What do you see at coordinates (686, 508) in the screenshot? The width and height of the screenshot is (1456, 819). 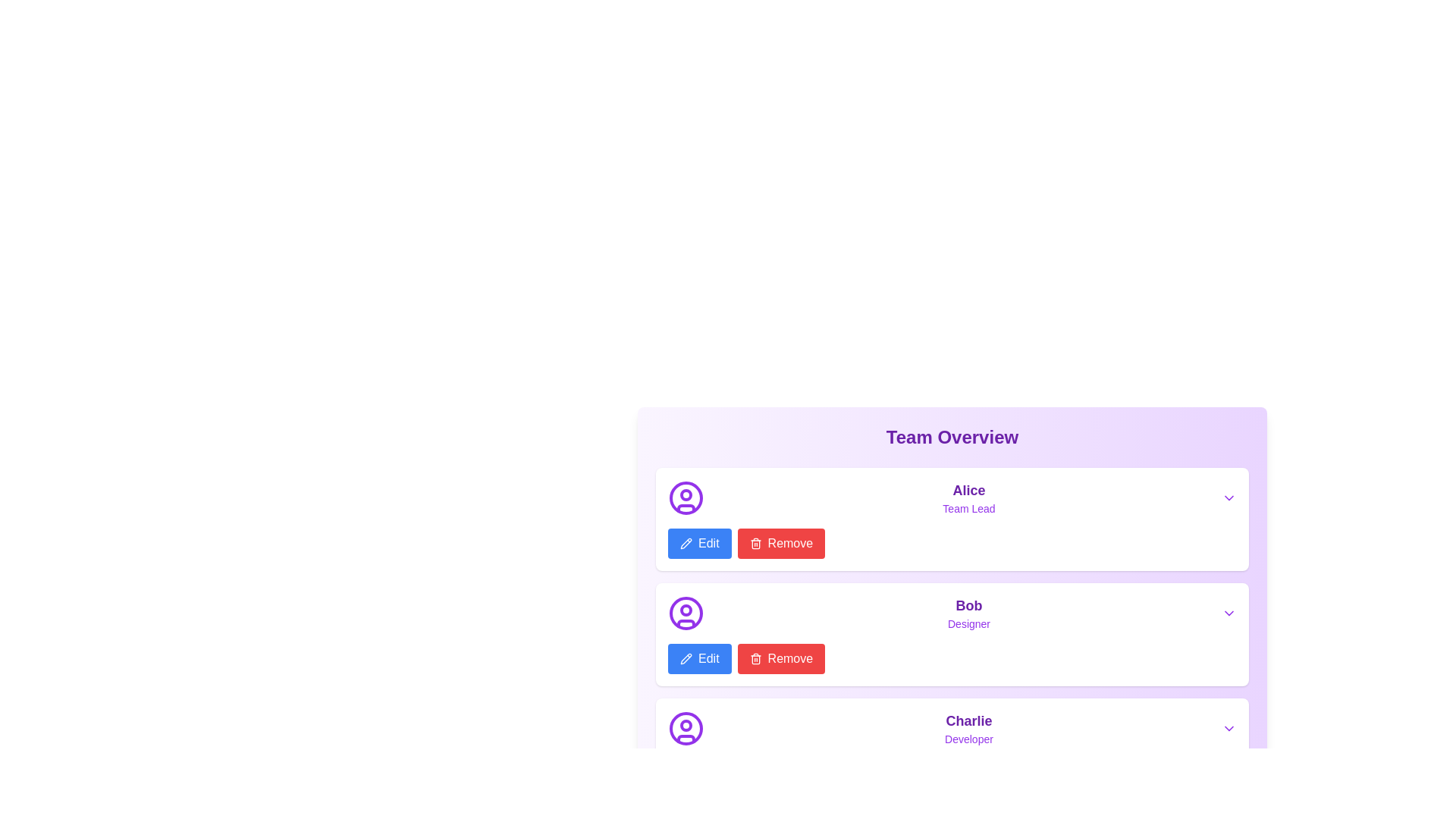 I see `the curved line segment located at the bottom of the purple user avatar icon for 'Alice' in the Team Overview interface` at bounding box center [686, 508].